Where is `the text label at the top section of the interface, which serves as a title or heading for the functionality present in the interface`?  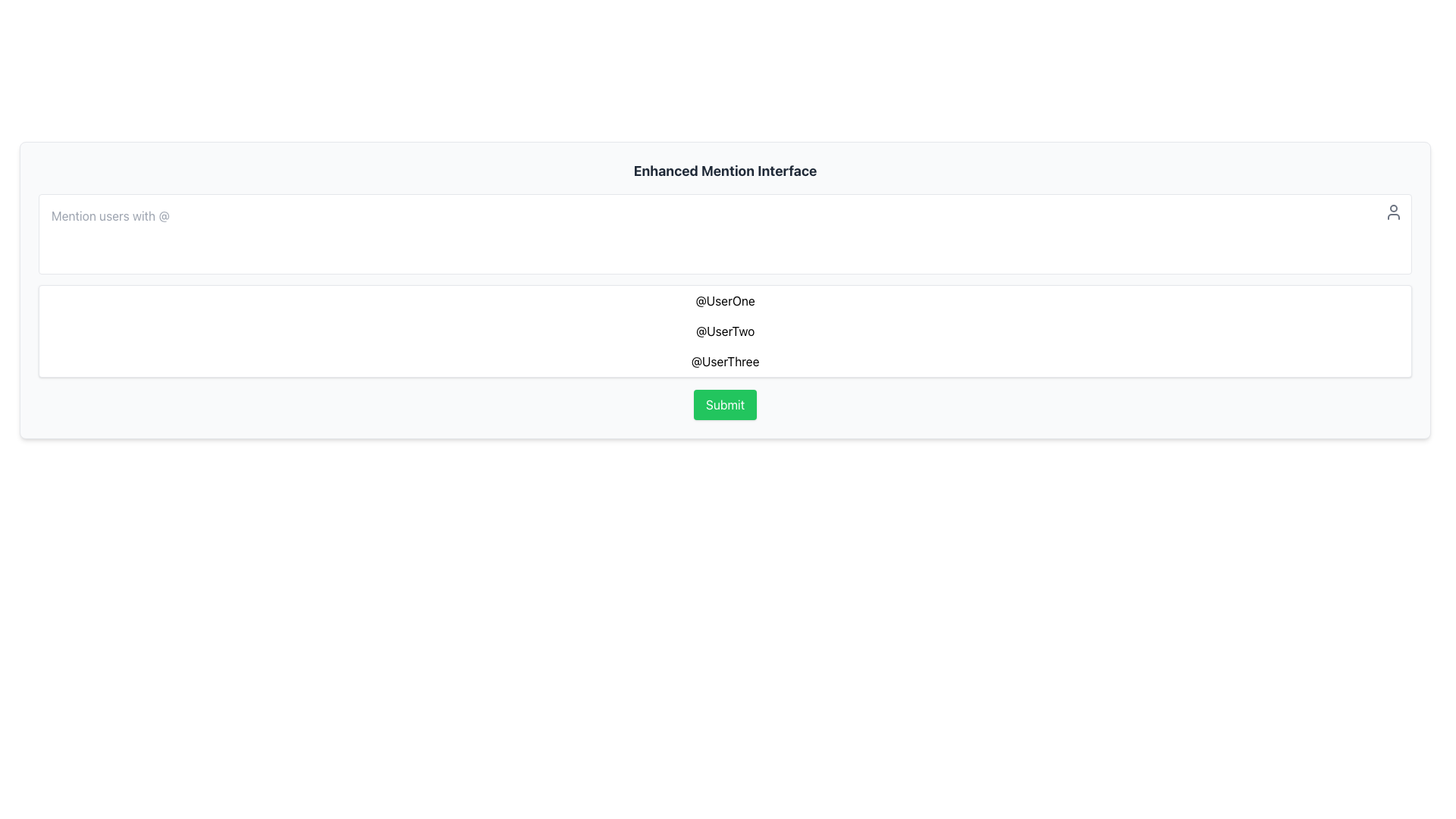 the text label at the top section of the interface, which serves as a title or heading for the functionality present in the interface is located at coordinates (724, 171).